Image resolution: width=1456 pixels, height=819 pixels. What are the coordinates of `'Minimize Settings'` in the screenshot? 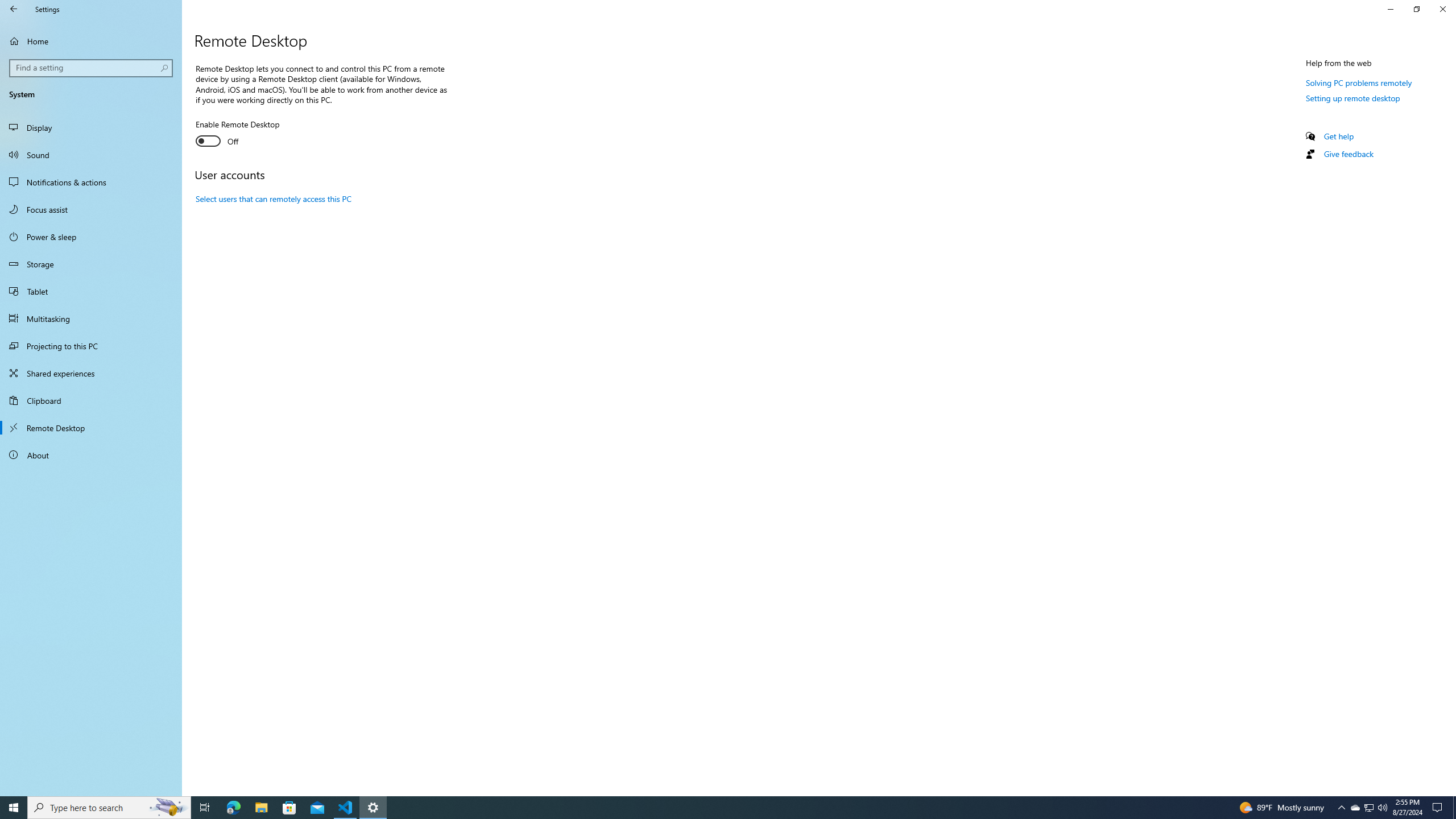 It's located at (1389, 9).